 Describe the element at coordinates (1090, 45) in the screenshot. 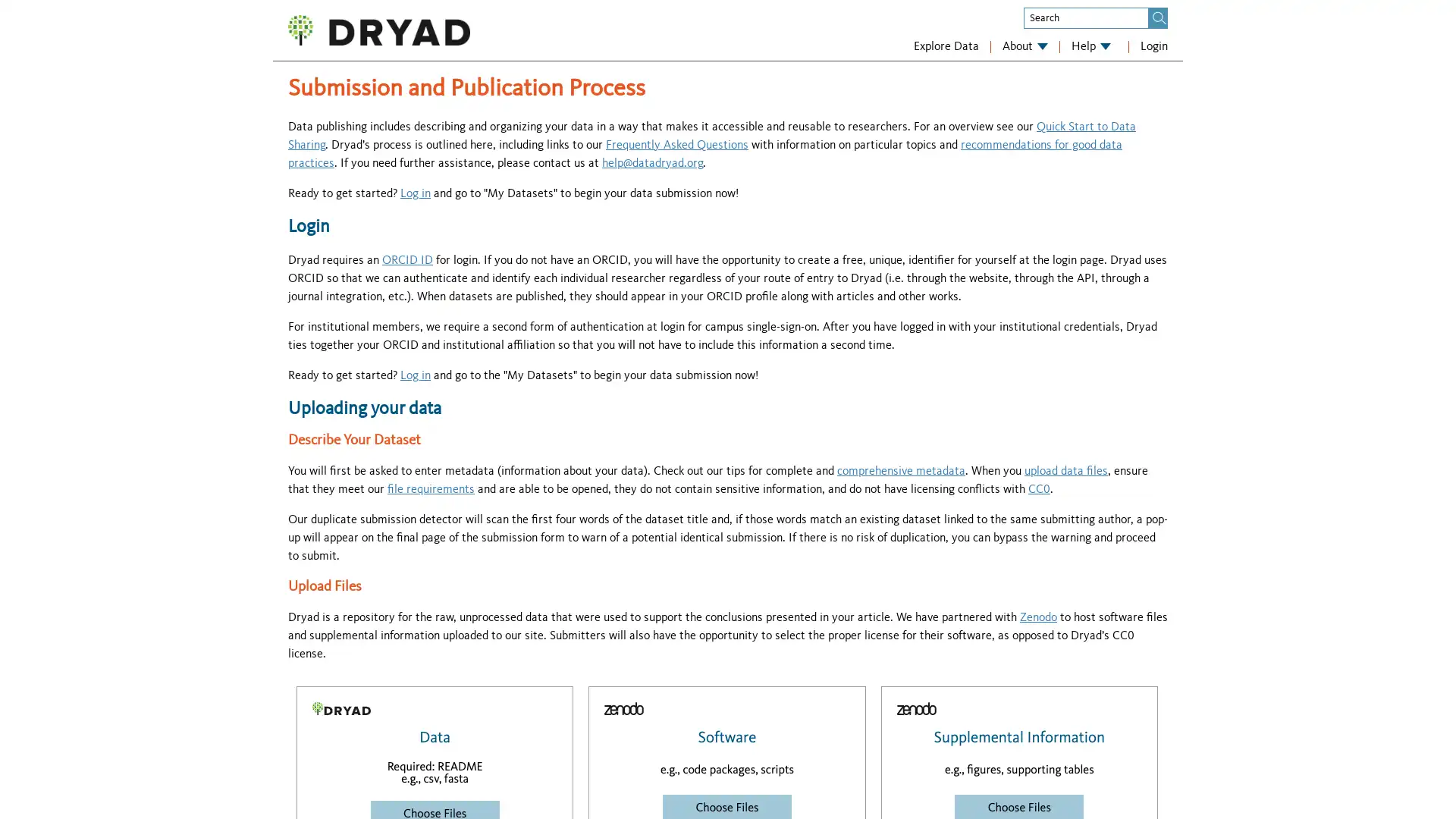

I see `Help` at that location.